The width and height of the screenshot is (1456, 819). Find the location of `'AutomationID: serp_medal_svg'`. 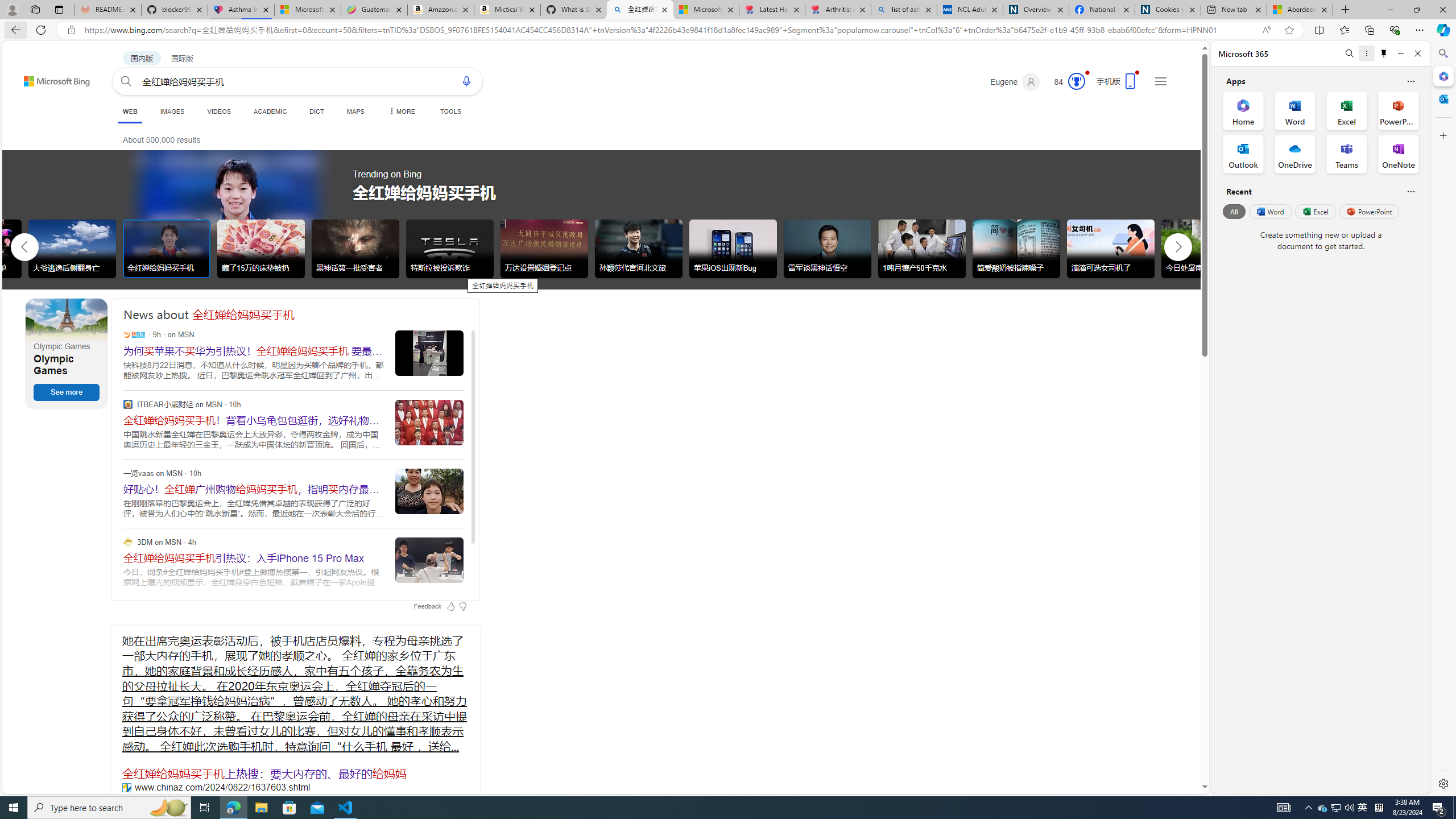

'AutomationID: serp_medal_svg' is located at coordinates (1076, 80).